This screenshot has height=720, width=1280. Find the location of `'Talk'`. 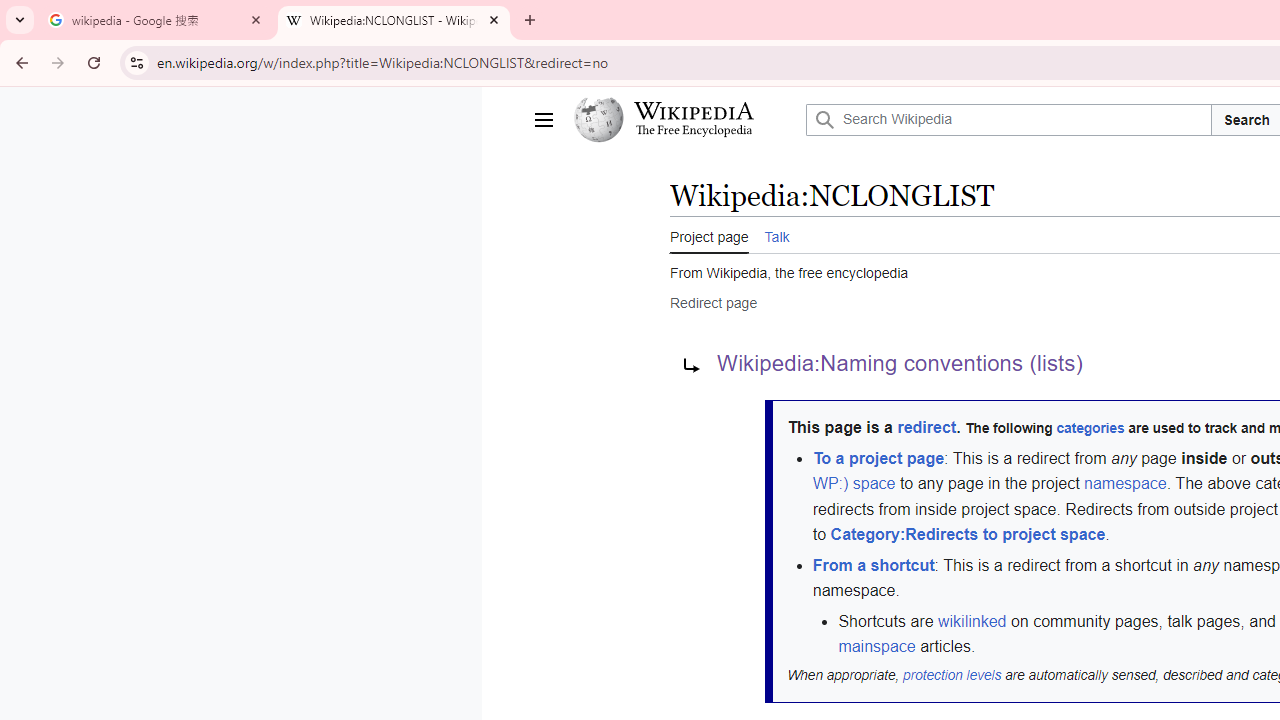

'Talk' is located at coordinates (775, 234).